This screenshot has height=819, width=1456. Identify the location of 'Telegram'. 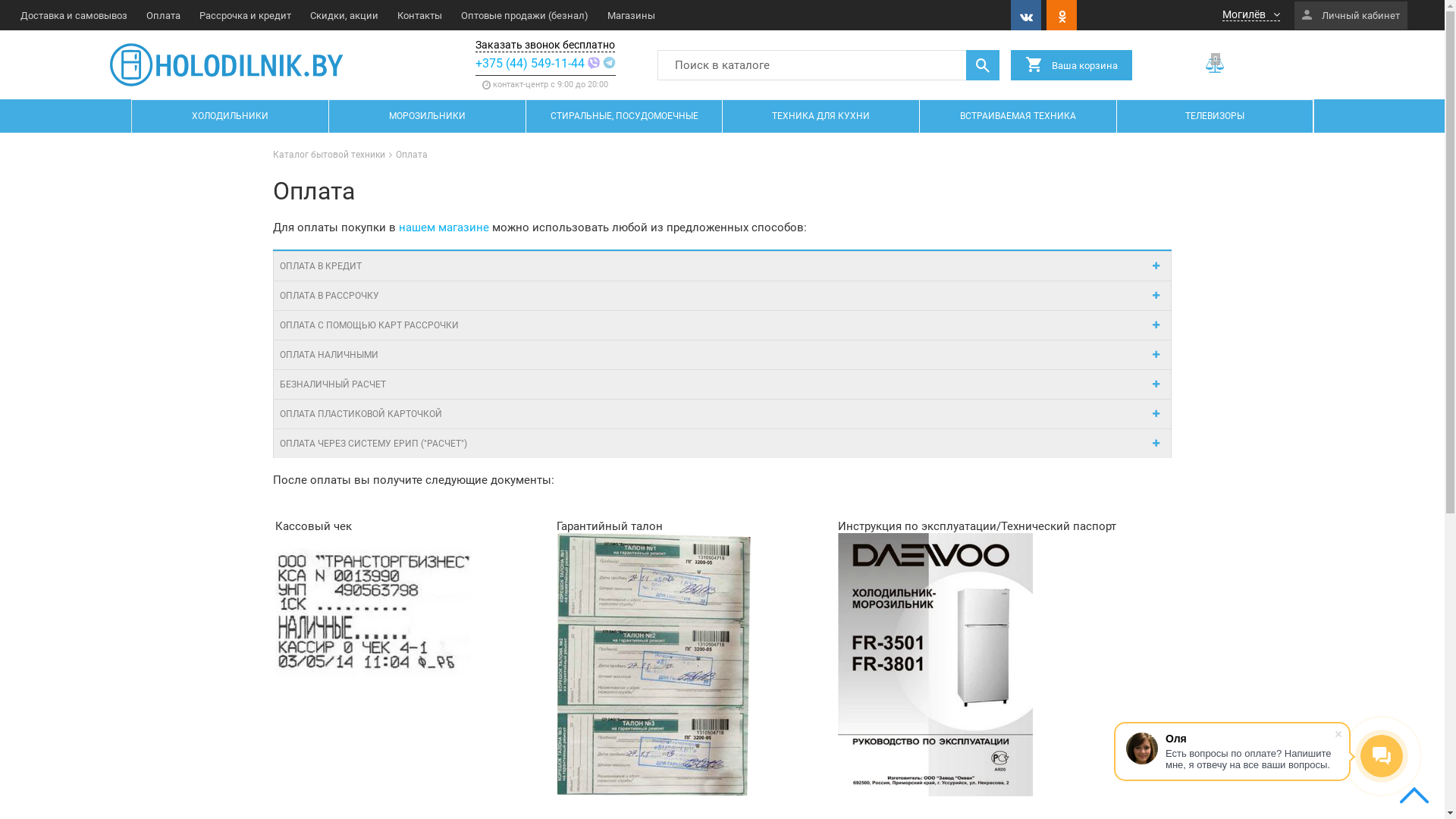
(609, 62).